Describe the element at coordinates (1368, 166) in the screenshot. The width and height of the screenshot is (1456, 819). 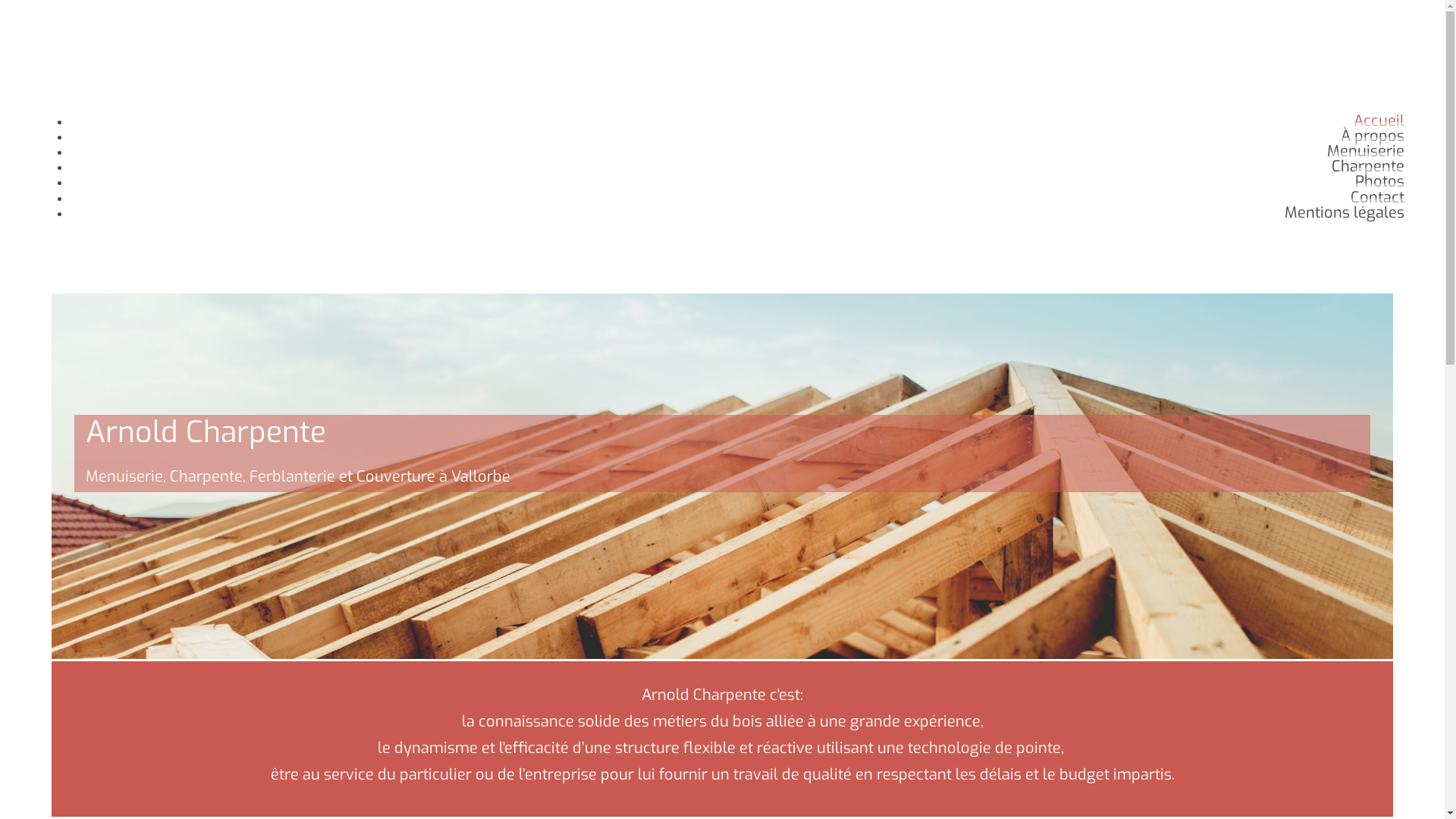
I see `'Charpente'` at that location.